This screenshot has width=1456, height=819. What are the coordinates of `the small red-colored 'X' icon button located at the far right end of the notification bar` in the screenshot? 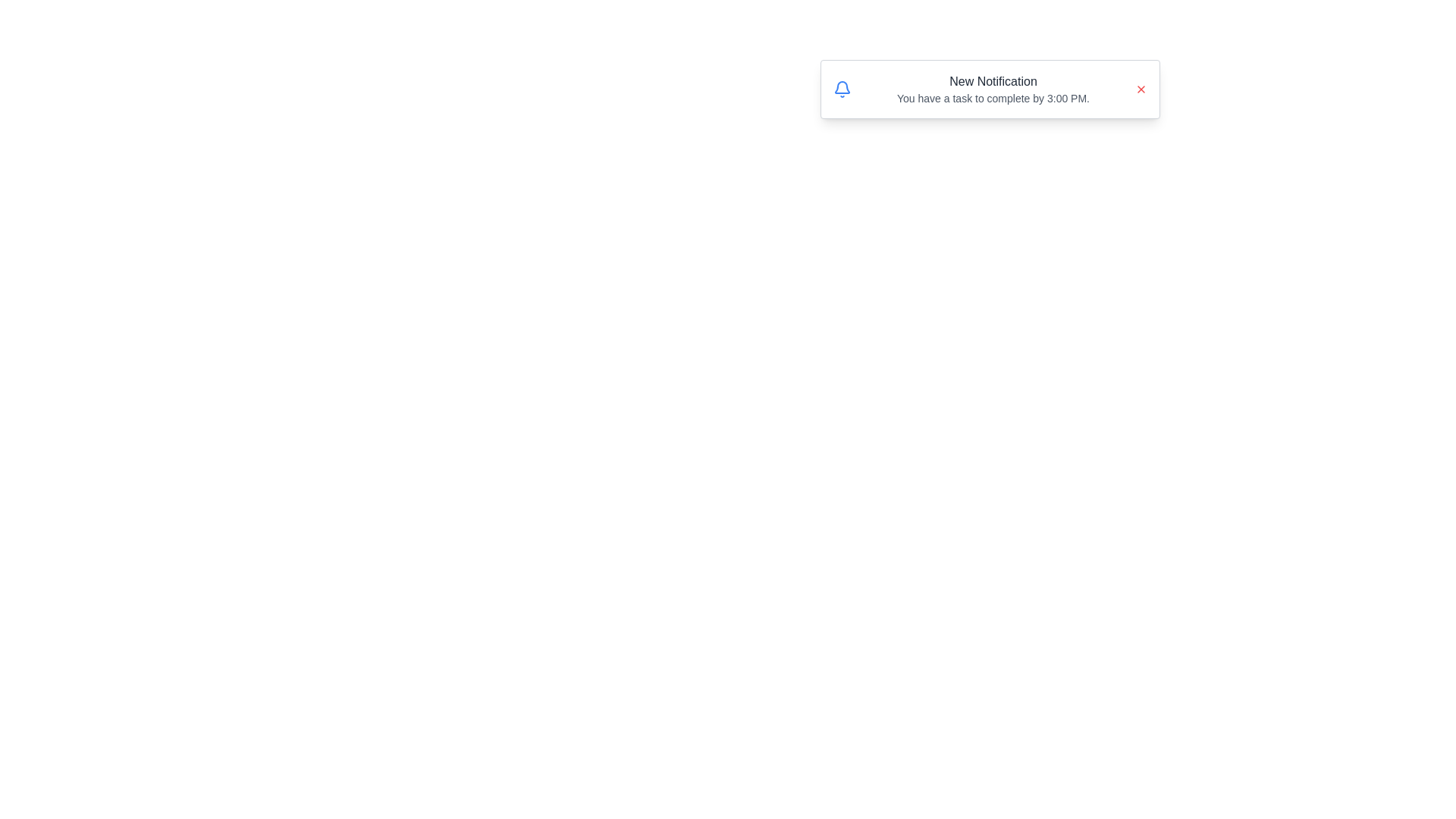 It's located at (1141, 89).